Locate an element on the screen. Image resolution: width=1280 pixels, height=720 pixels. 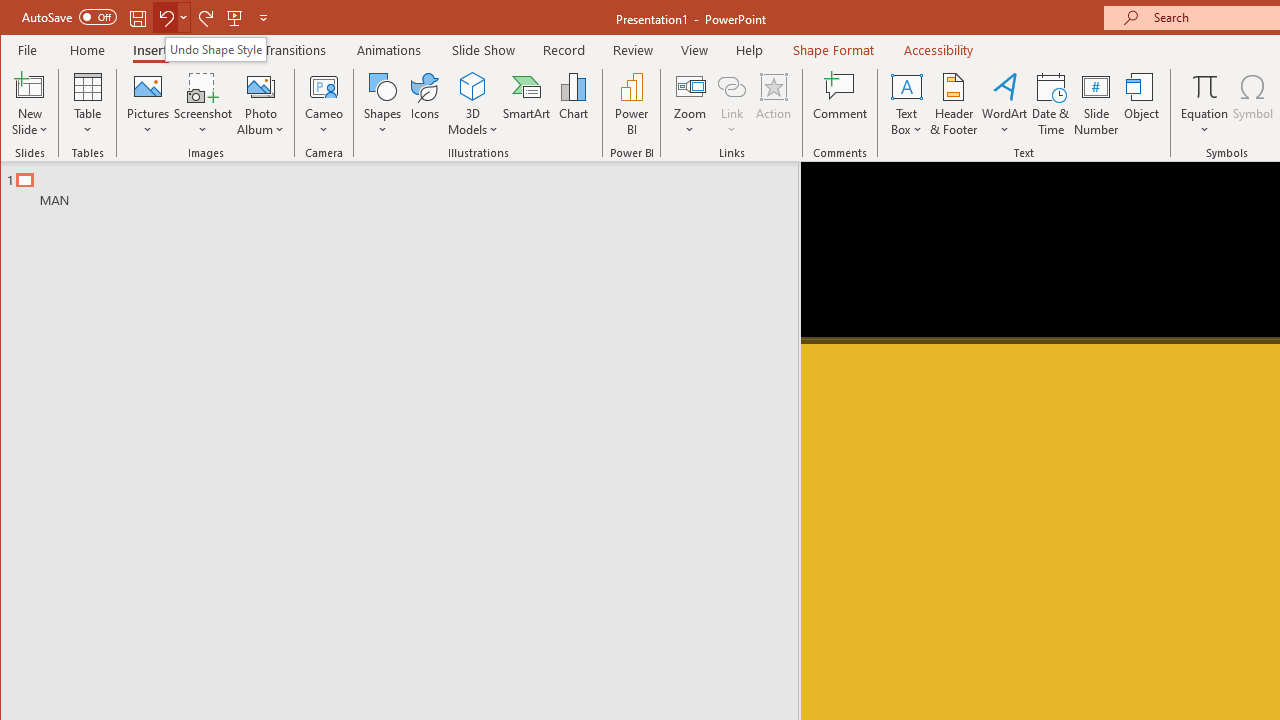
'Undo Shape Style' is located at coordinates (216, 48).